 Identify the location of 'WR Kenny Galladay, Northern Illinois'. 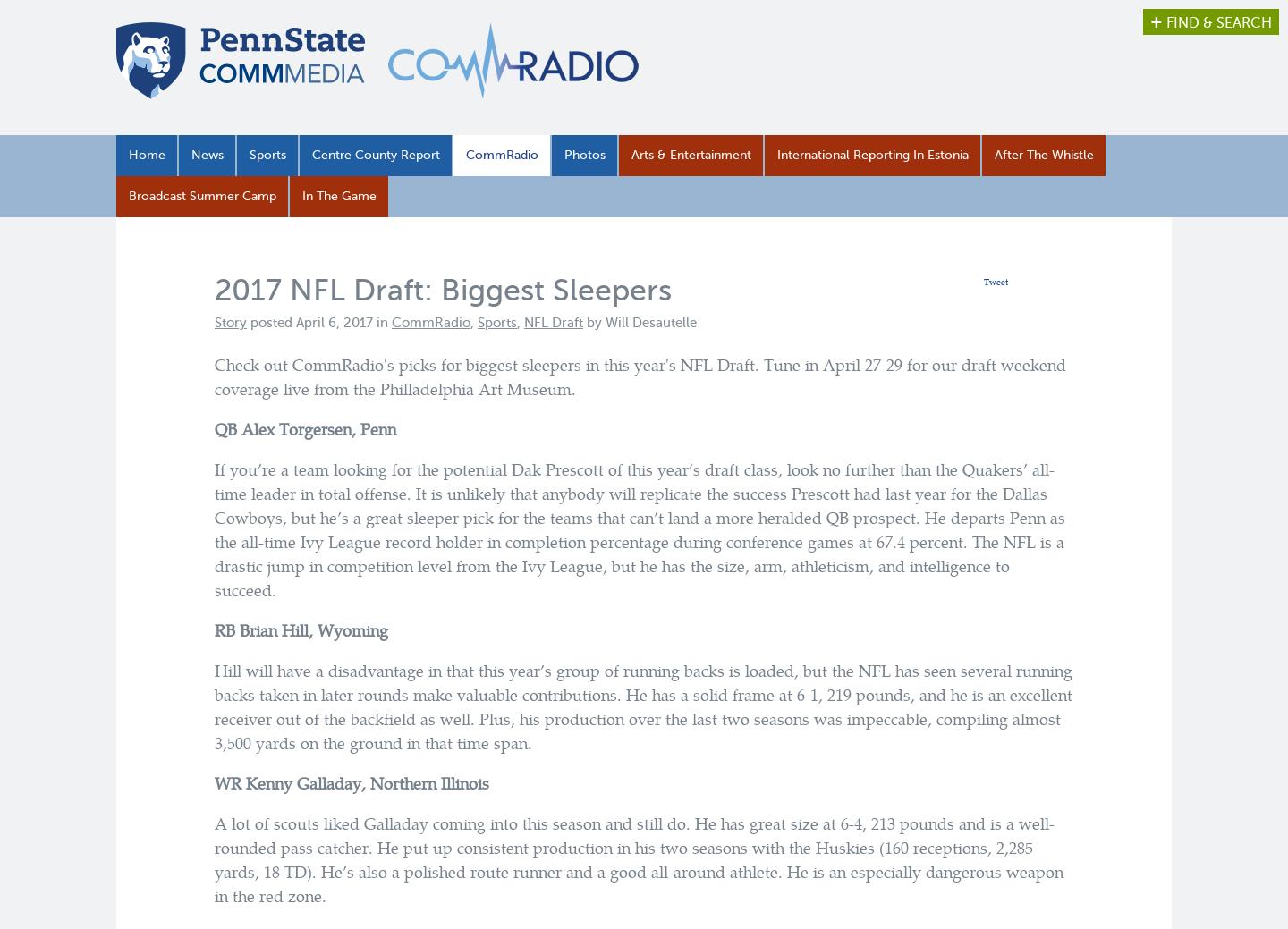
(351, 782).